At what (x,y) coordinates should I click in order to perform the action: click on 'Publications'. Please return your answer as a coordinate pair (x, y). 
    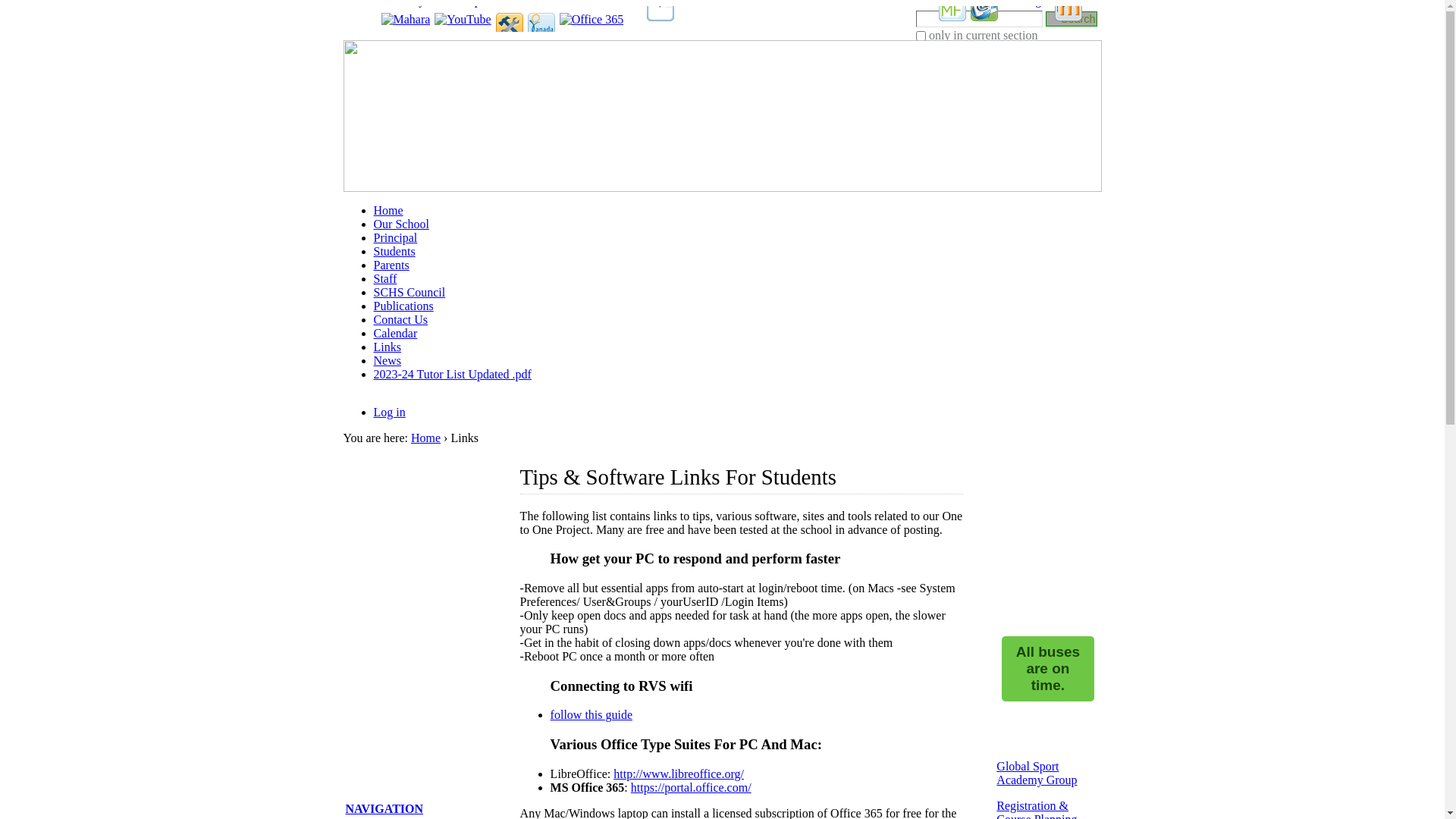
    Looking at the image, I should click on (403, 306).